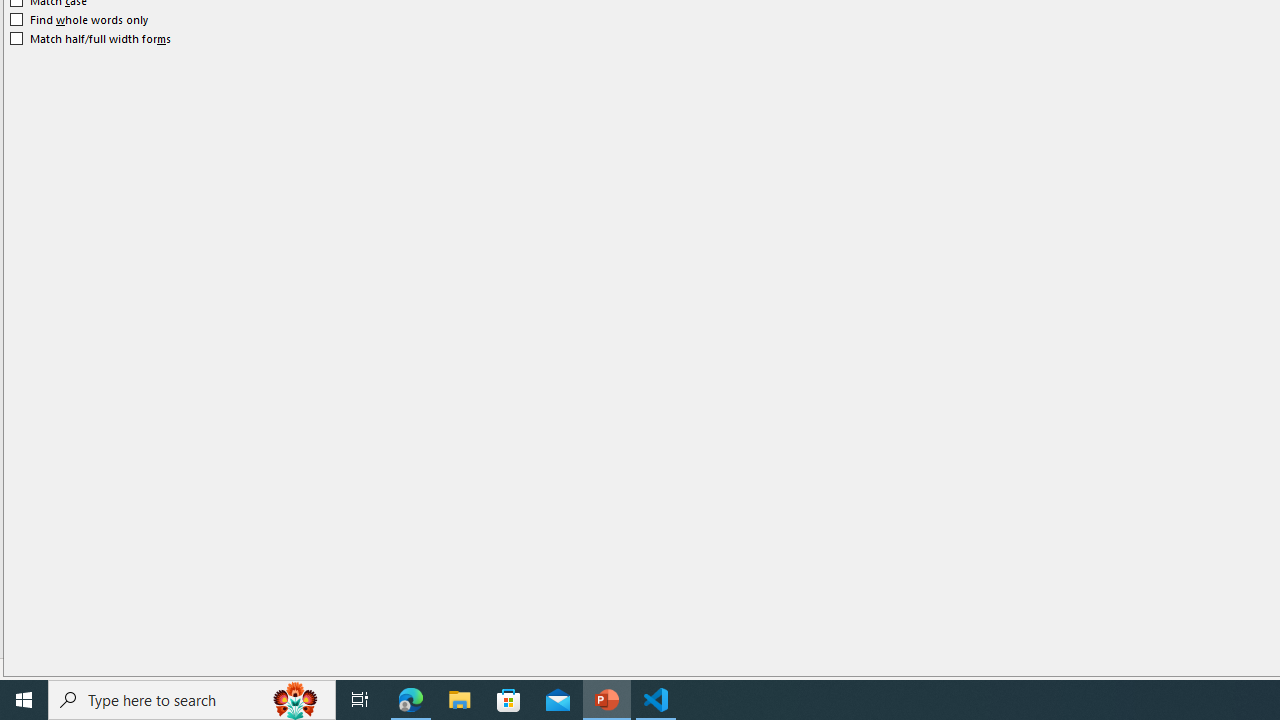  What do you see at coordinates (80, 20) in the screenshot?
I see `'Find whole words only'` at bounding box center [80, 20].